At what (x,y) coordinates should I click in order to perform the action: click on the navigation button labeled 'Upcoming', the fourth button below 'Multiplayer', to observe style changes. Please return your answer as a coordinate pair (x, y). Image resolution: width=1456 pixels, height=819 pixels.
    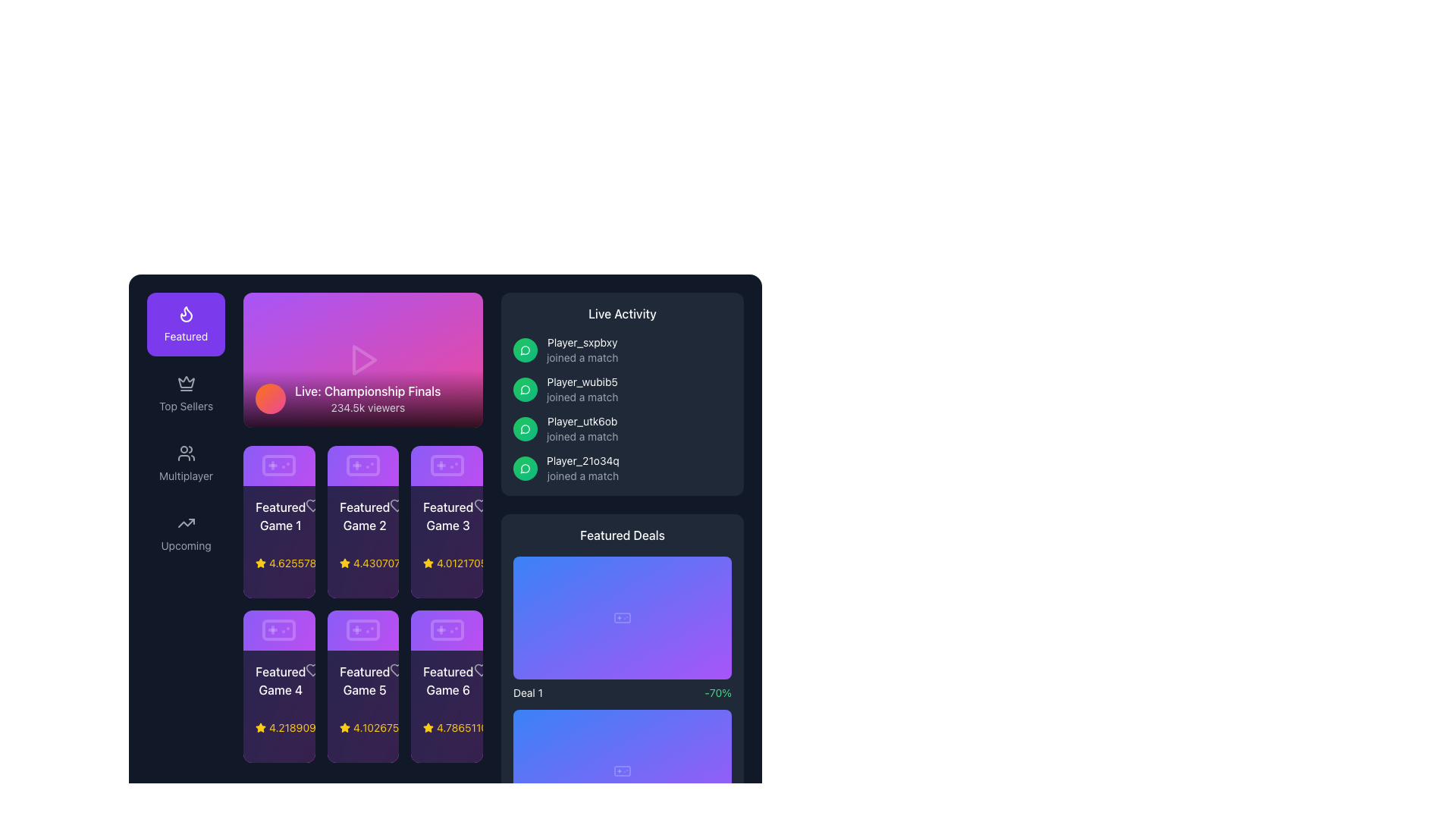
    Looking at the image, I should click on (185, 533).